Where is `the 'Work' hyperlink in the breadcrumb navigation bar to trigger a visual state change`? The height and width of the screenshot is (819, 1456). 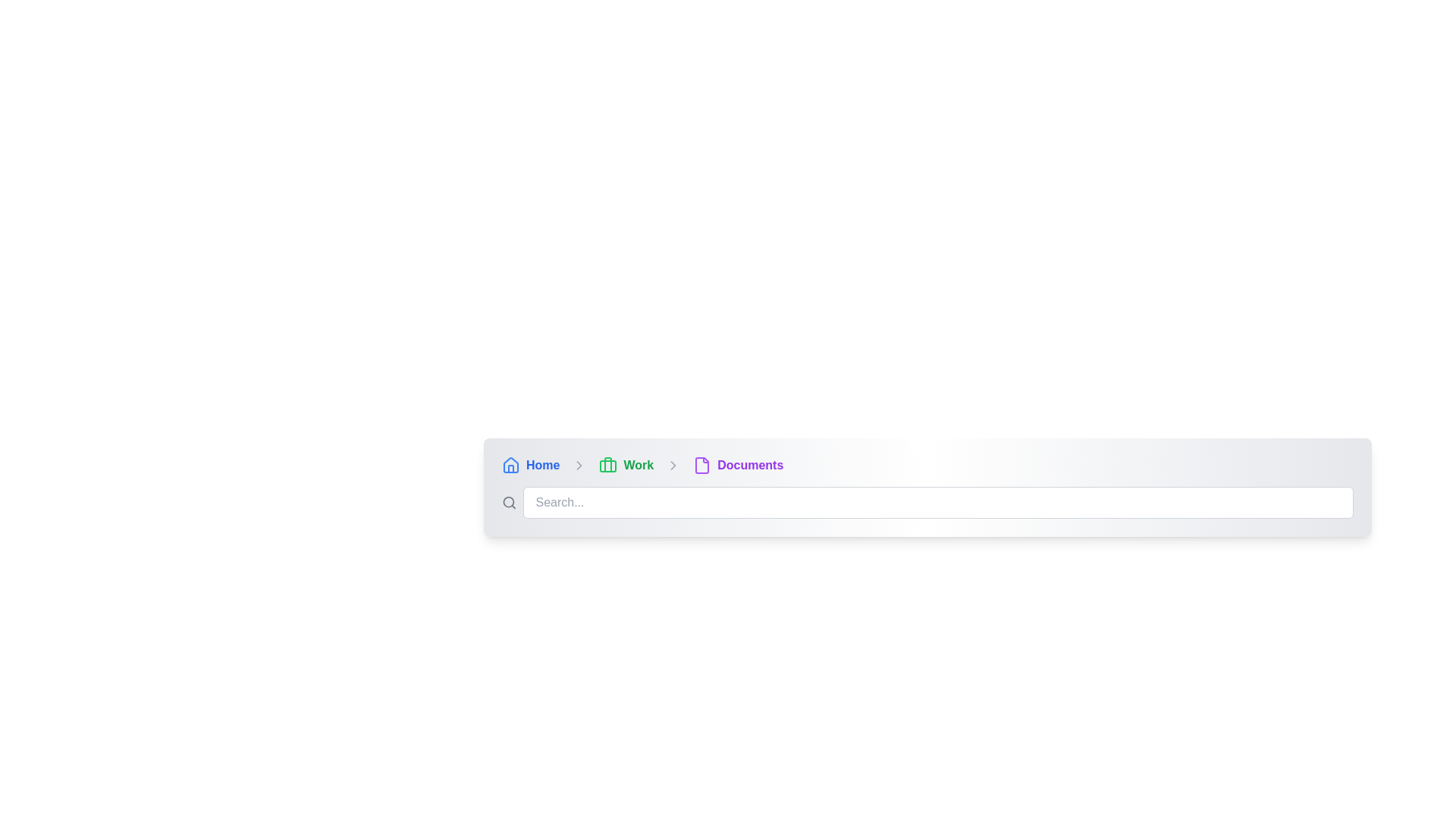 the 'Work' hyperlink in the breadcrumb navigation bar to trigger a visual state change is located at coordinates (639, 464).